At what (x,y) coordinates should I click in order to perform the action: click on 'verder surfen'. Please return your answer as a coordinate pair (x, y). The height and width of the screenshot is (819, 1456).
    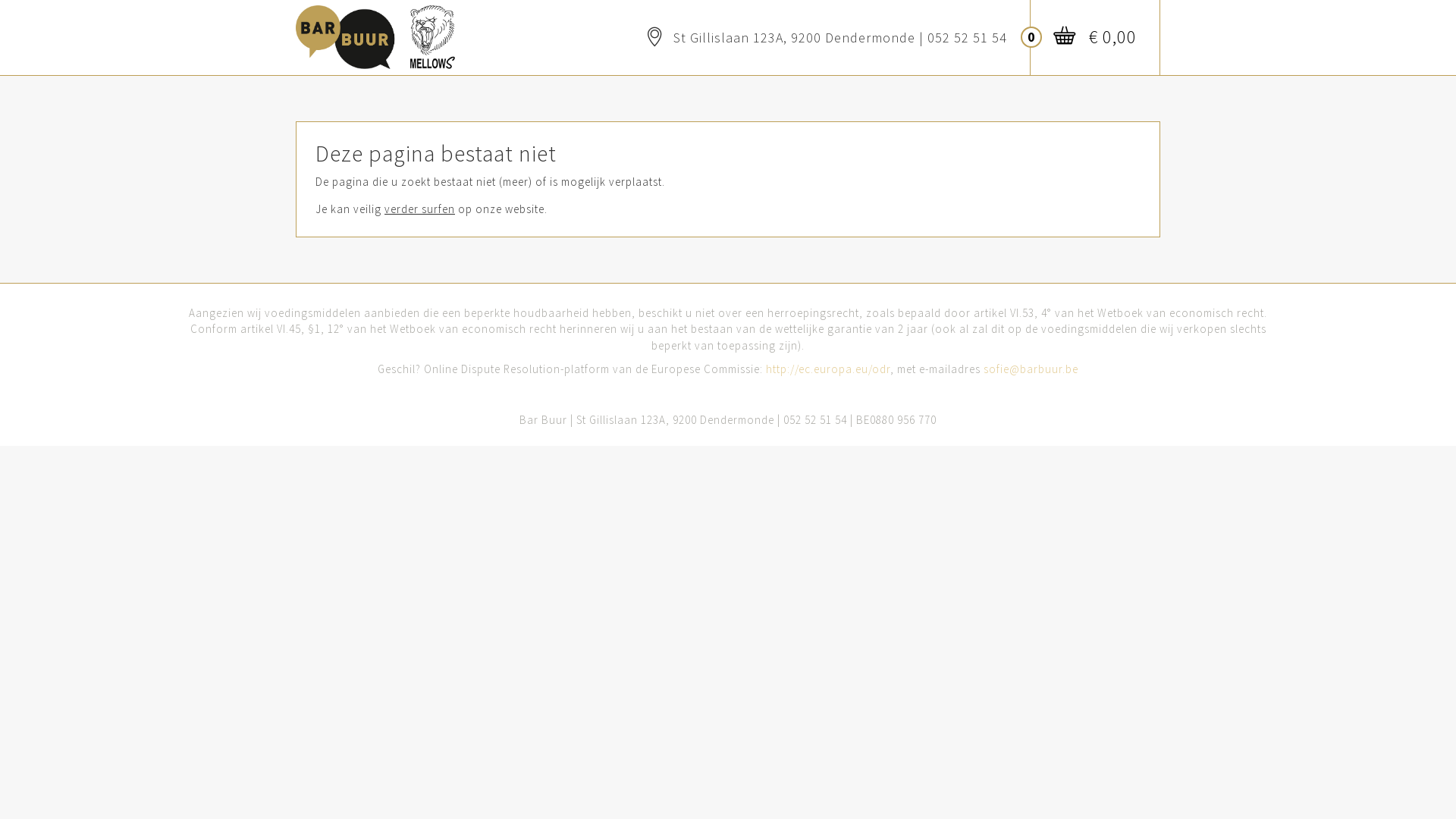
    Looking at the image, I should click on (419, 209).